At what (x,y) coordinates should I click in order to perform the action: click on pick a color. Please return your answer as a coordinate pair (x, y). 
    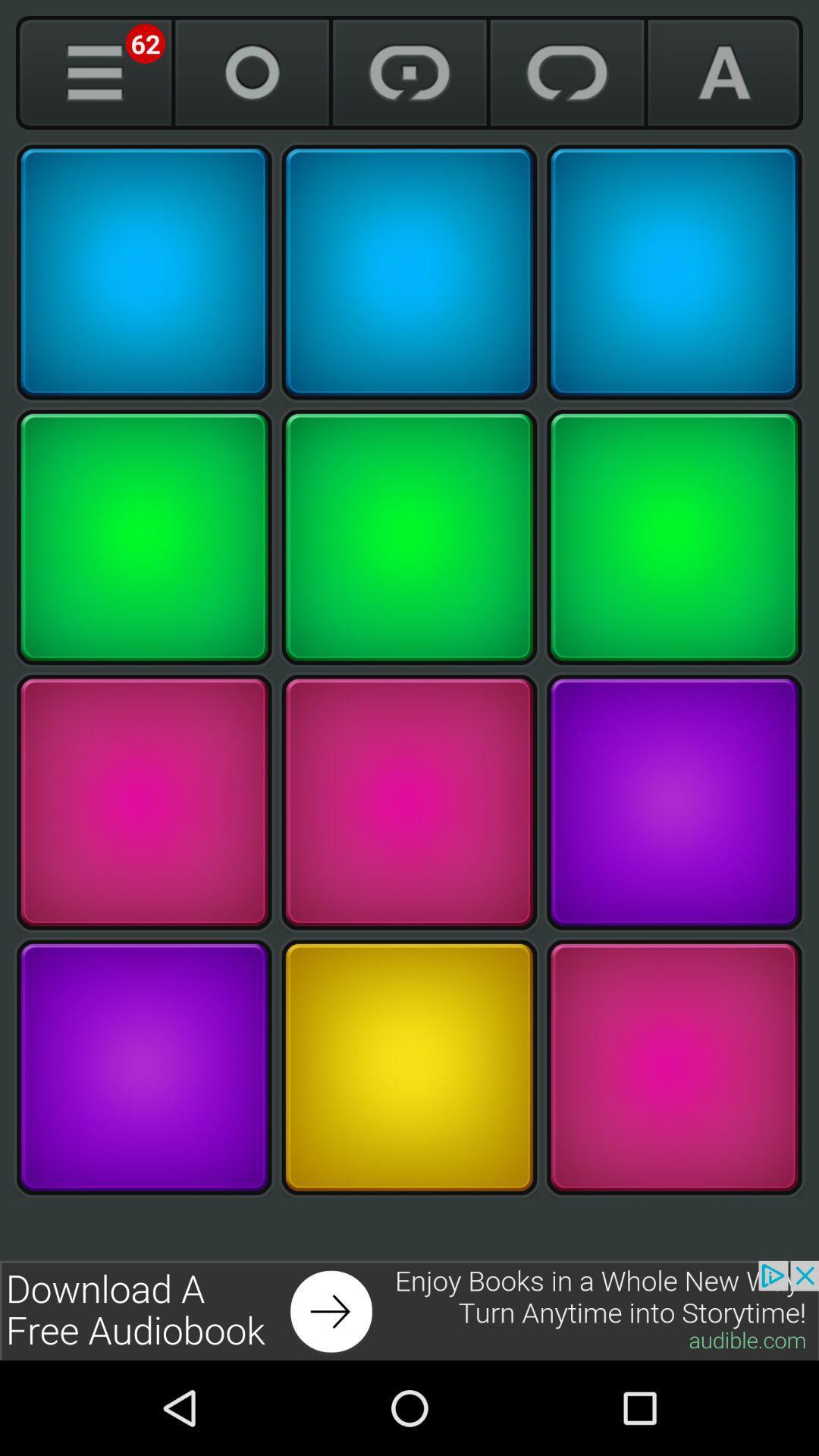
    Looking at the image, I should click on (144, 802).